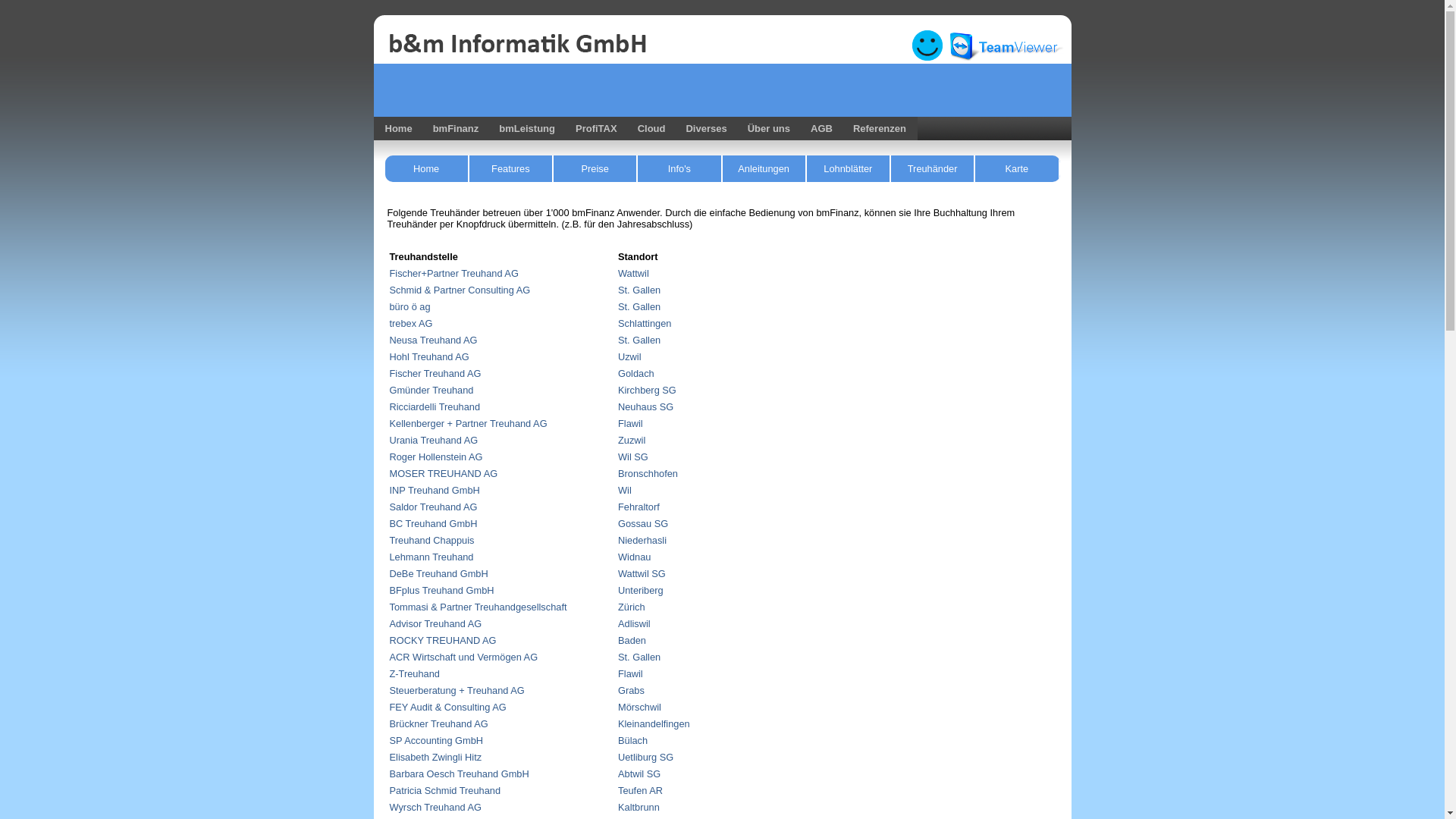 The width and height of the screenshot is (1456, 819). I want to click on 'Neusa Treuhand AG', so click(432, 339).